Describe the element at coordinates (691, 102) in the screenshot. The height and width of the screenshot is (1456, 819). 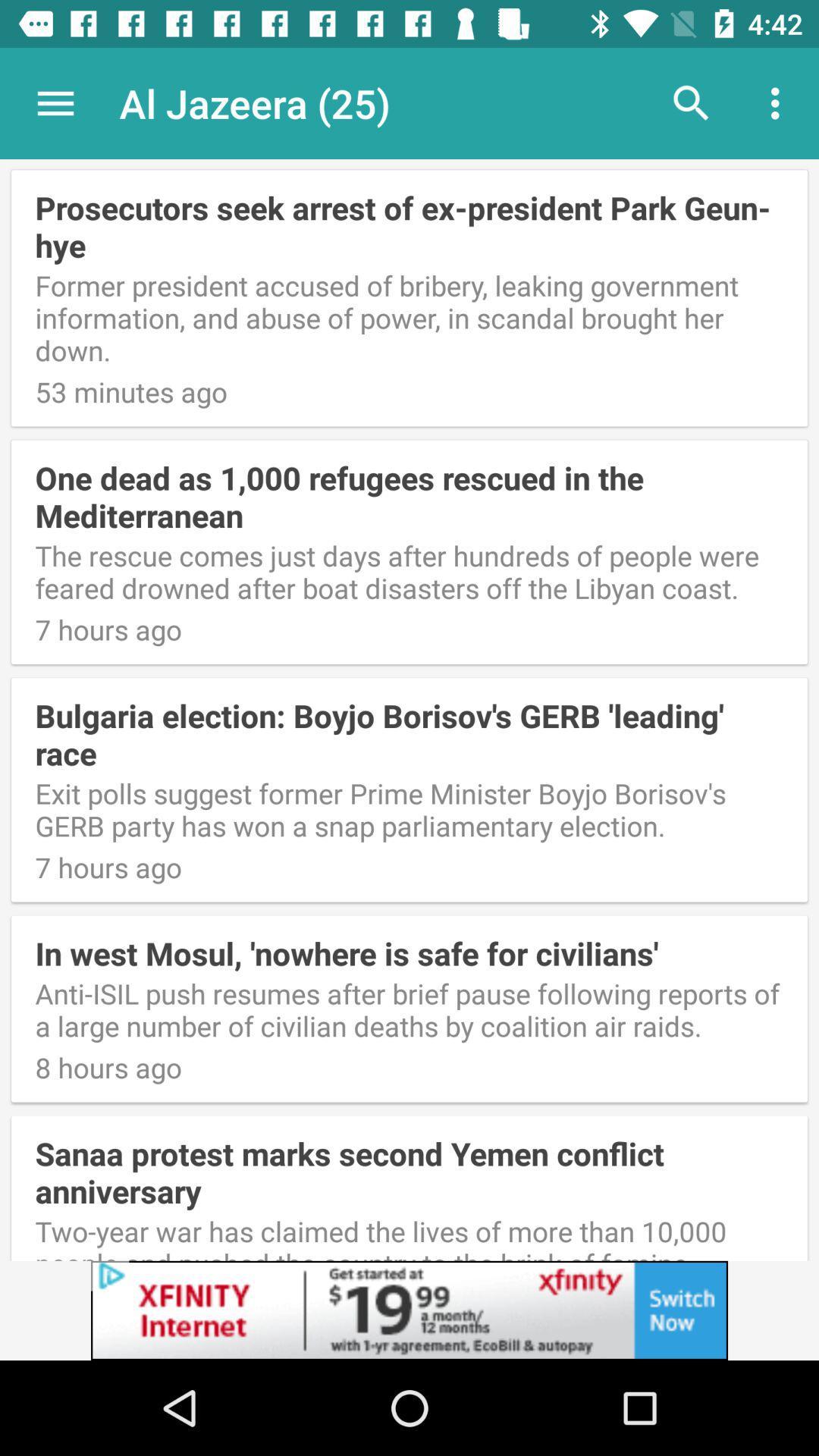
I see `icon next to the al jazeera (25) icon` at that location.